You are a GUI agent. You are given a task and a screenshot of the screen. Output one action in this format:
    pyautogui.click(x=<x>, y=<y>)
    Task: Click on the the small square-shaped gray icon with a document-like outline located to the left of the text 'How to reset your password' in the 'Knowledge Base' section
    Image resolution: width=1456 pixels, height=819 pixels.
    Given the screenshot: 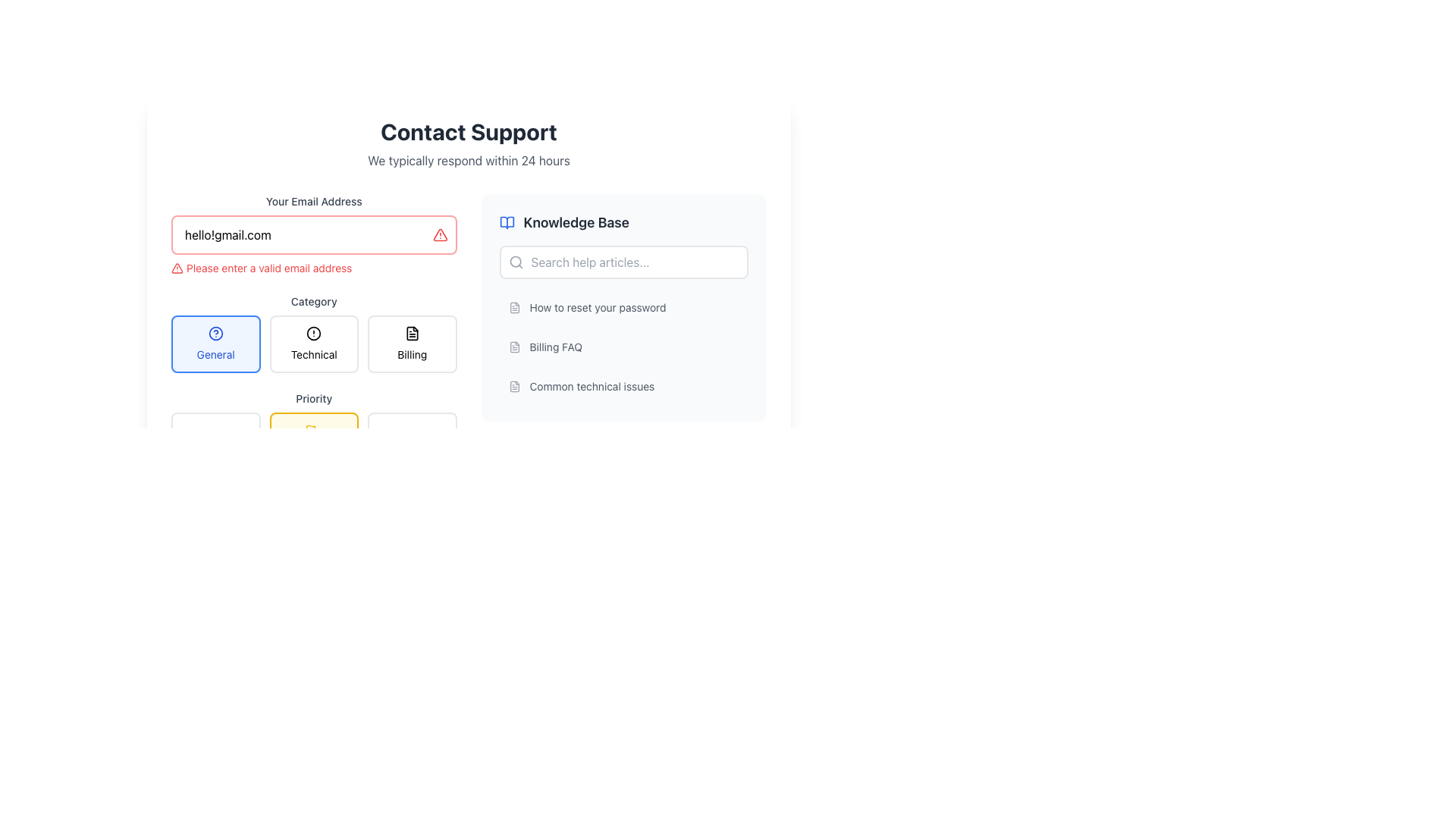 What is the action you would take?
    pyautogui.click(x=514, y=307)
    